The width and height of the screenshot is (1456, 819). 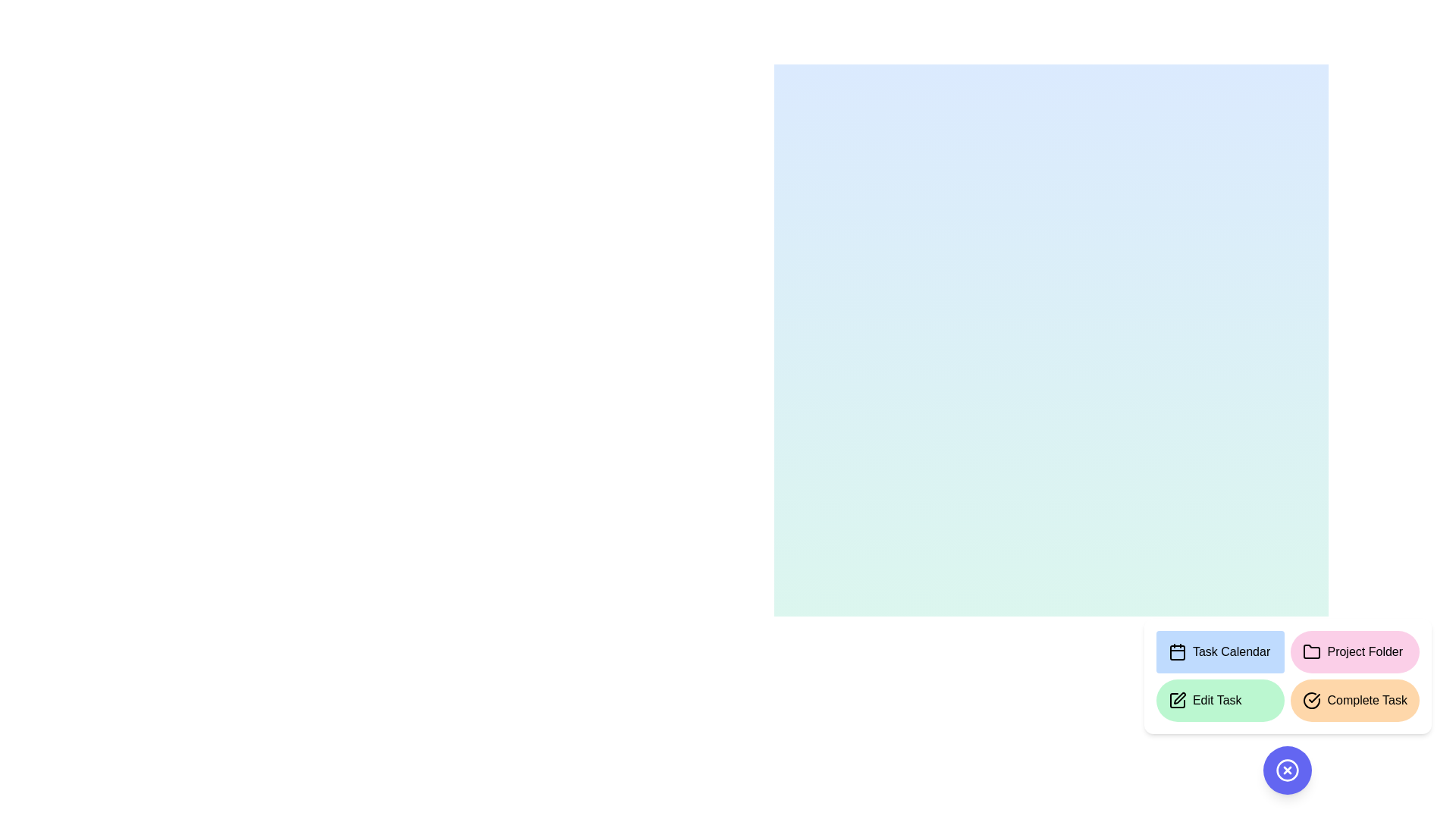 I want to click on the 'Task Calendar' button with a blue background and calendar icon, so click(x=1220, y=651).